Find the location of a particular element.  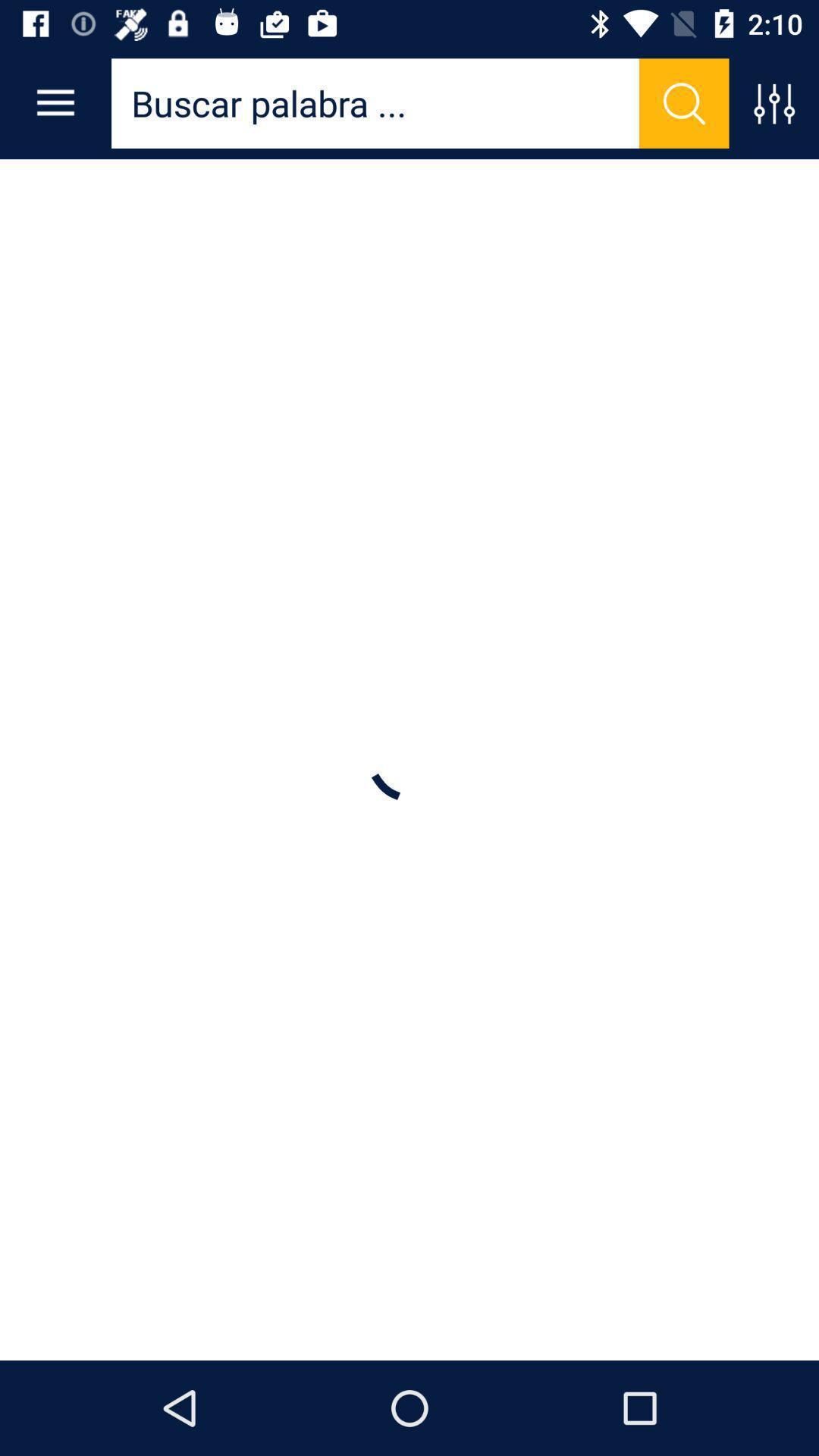

settings is located at coordinates (773, 102).